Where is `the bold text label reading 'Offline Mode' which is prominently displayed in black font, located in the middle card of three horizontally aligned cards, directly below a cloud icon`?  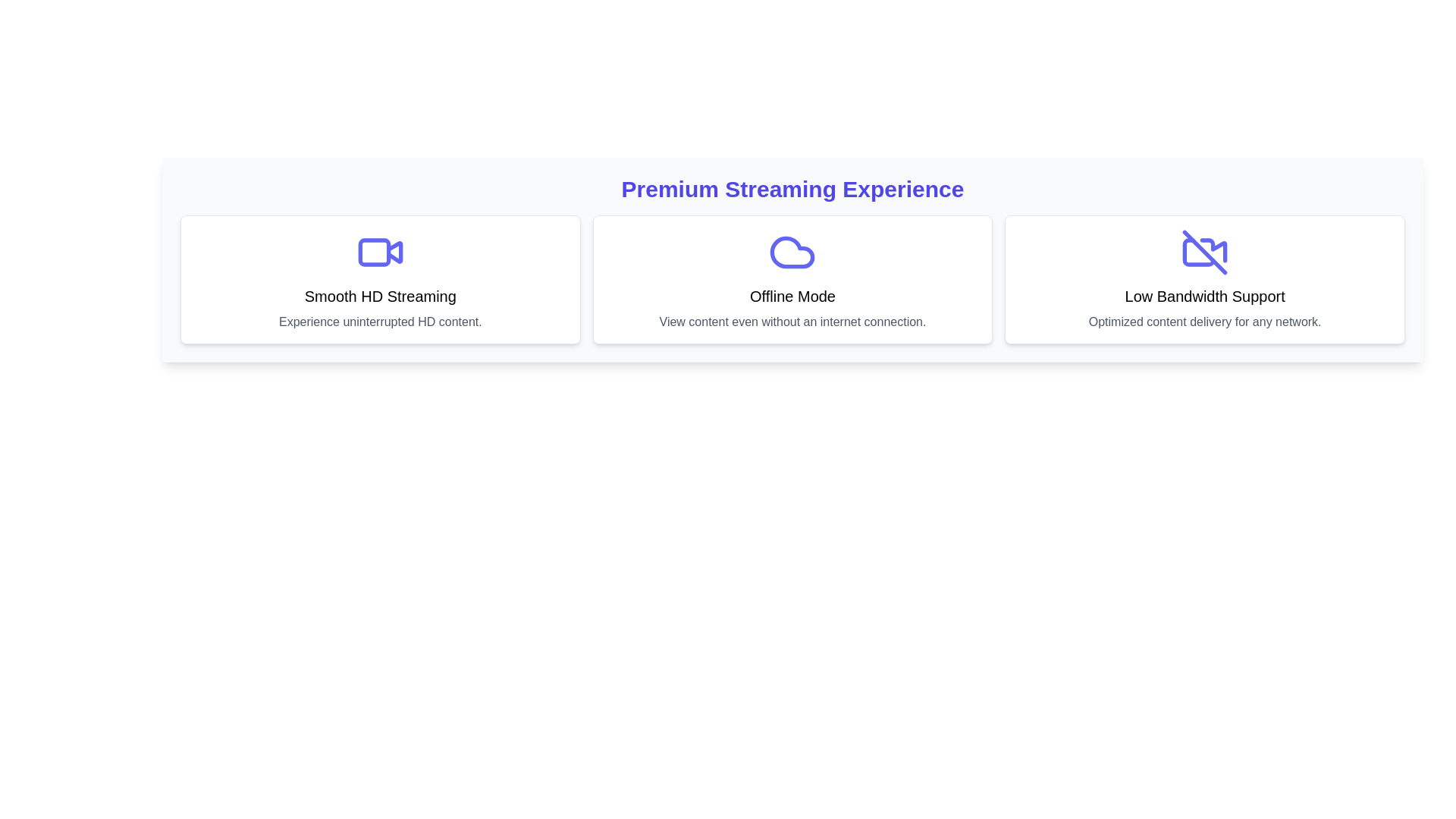
the bold text label reading 'Offline Mode' which is prominently displayed in black font, located in the middle card of three horizontally aligned cards, directly below a cloud icon is located at coordinates (792, 296).